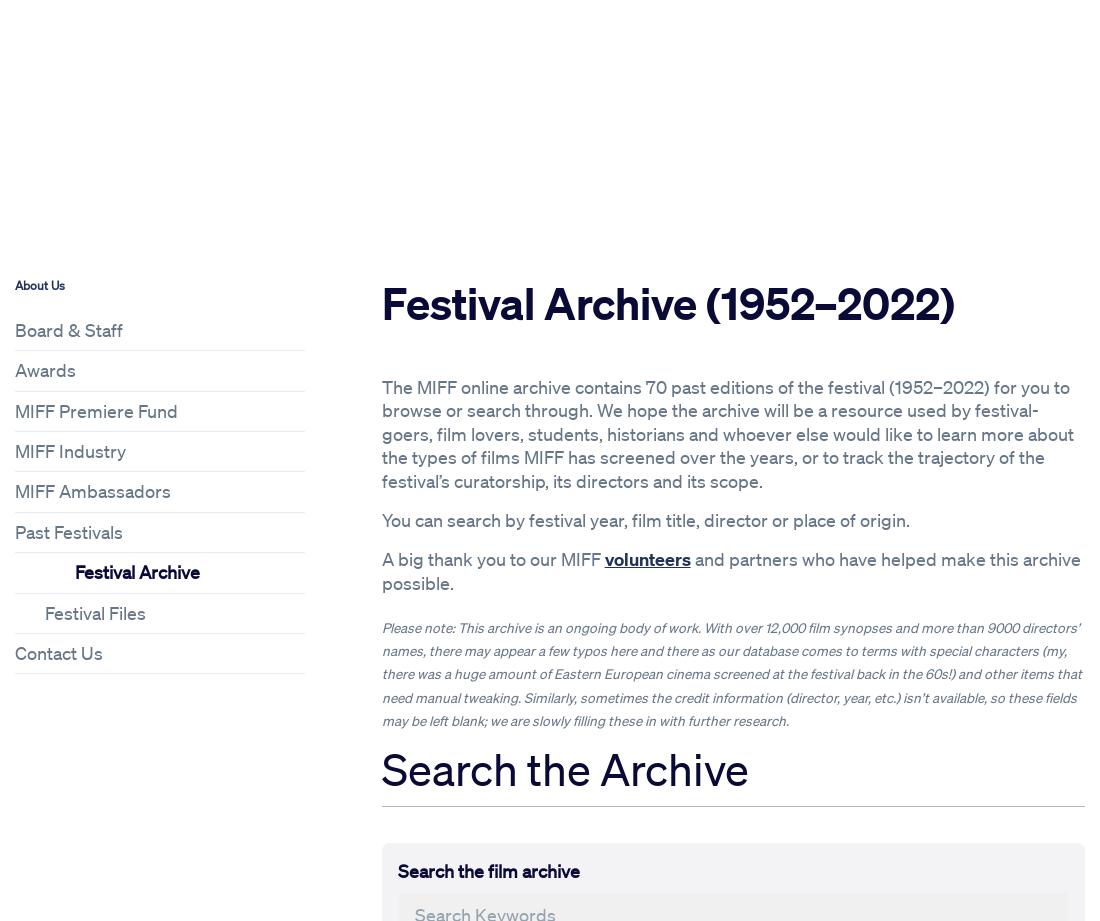 Image resolution: width=1100 pixels, height=921 pixels. I want to click on 'About Us', so click(39, 284).